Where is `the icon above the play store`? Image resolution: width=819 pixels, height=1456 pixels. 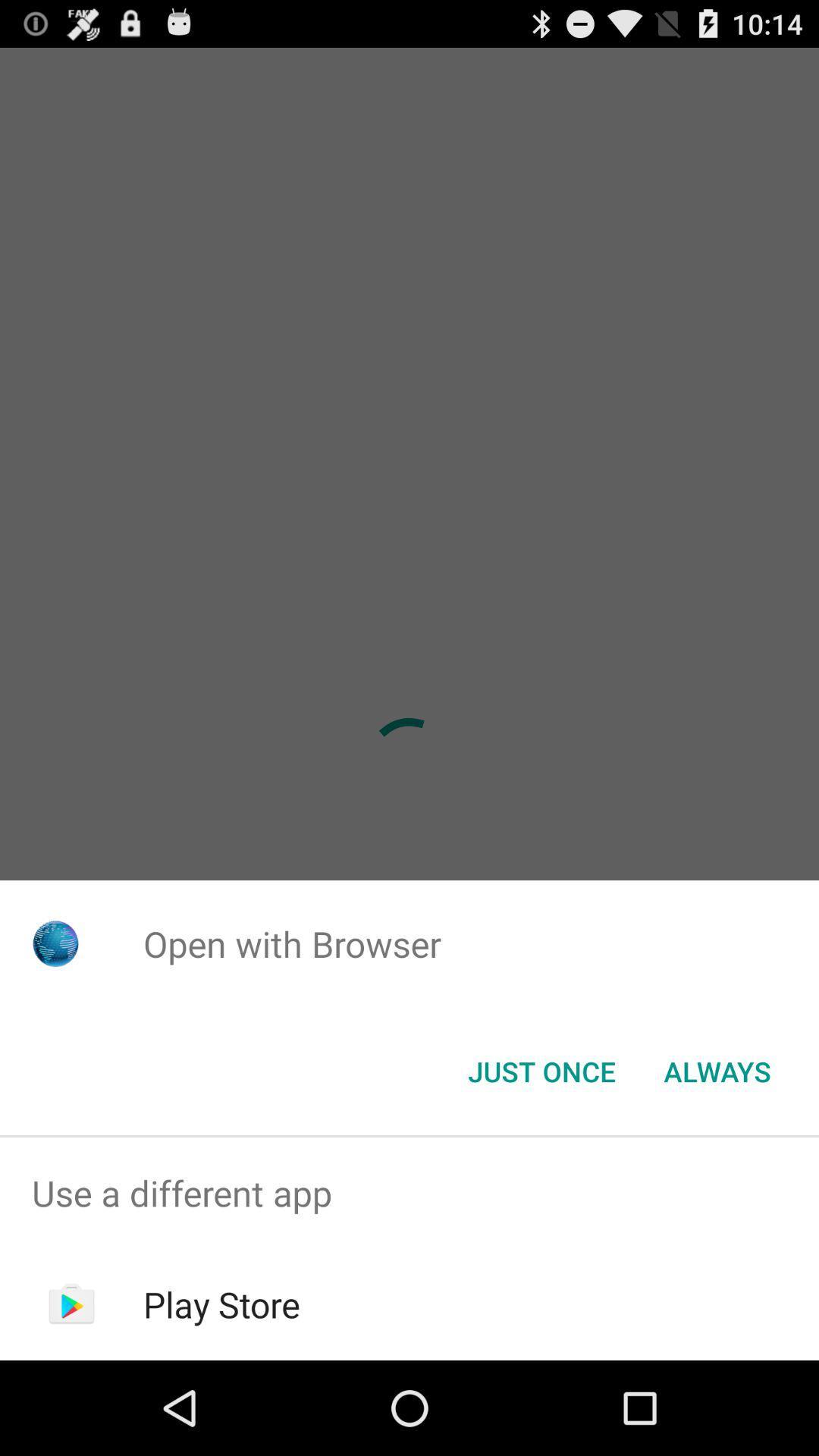 the icon above the play store is located at coordinates (409, 1192).